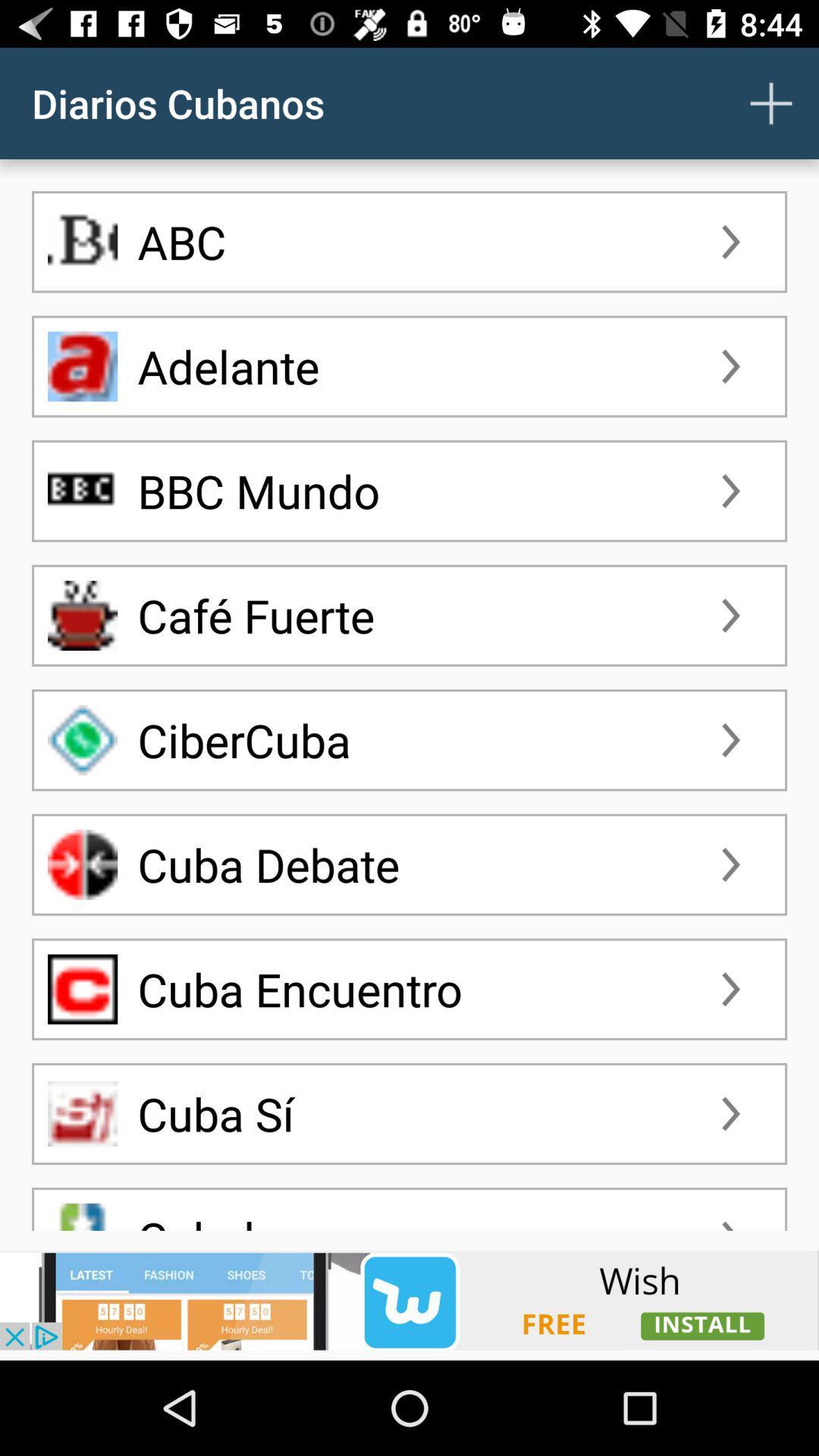 The image size is (819, 1456). What do you see at coordinates (771, 102) in the screenshot?
I see `open menu` at bounding box center [771, 102].